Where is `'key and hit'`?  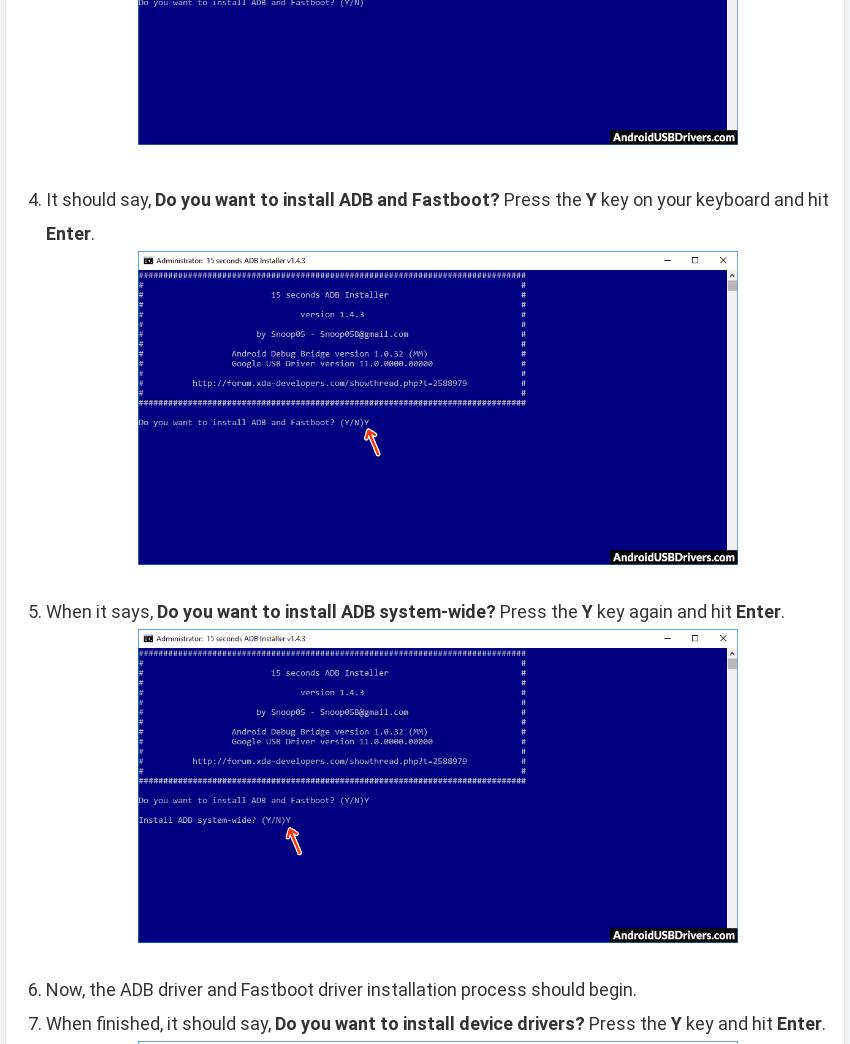 'key and hit' is located at coordinates (729, 1022).